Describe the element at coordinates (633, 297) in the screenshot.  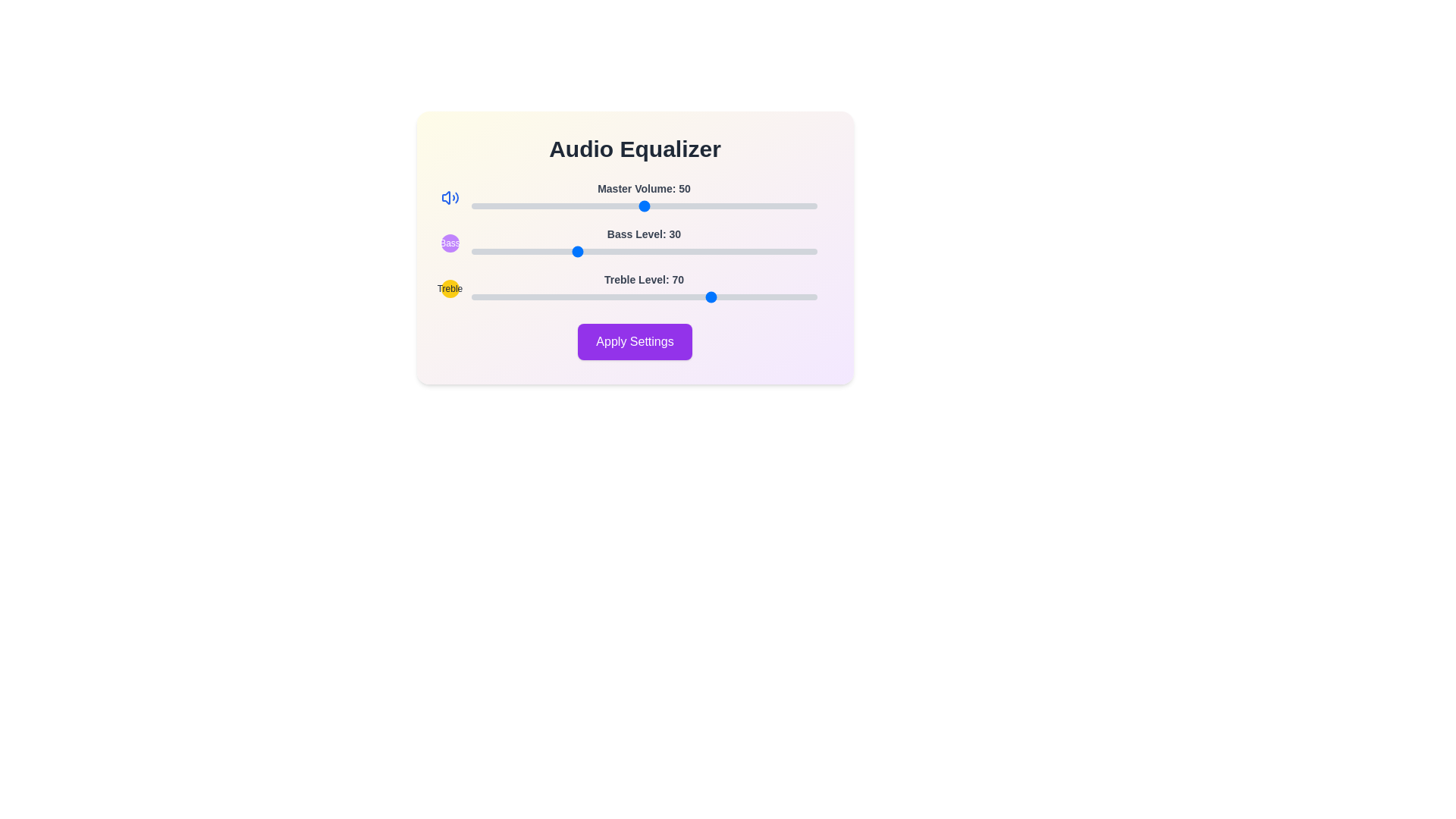
I see `Treble Level` at that location.